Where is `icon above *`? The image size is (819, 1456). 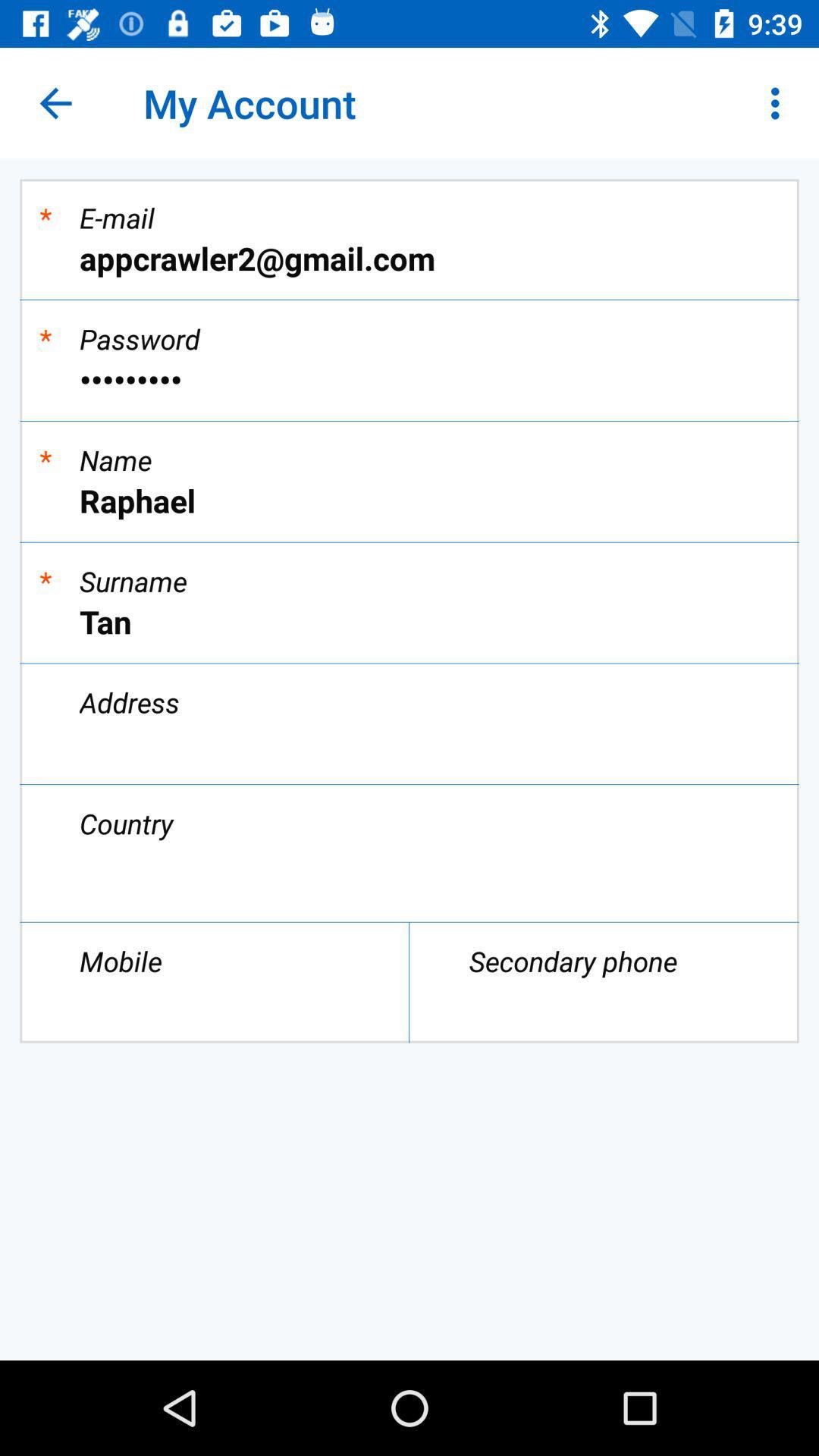
icon above * is located at coordinates (55, 102).